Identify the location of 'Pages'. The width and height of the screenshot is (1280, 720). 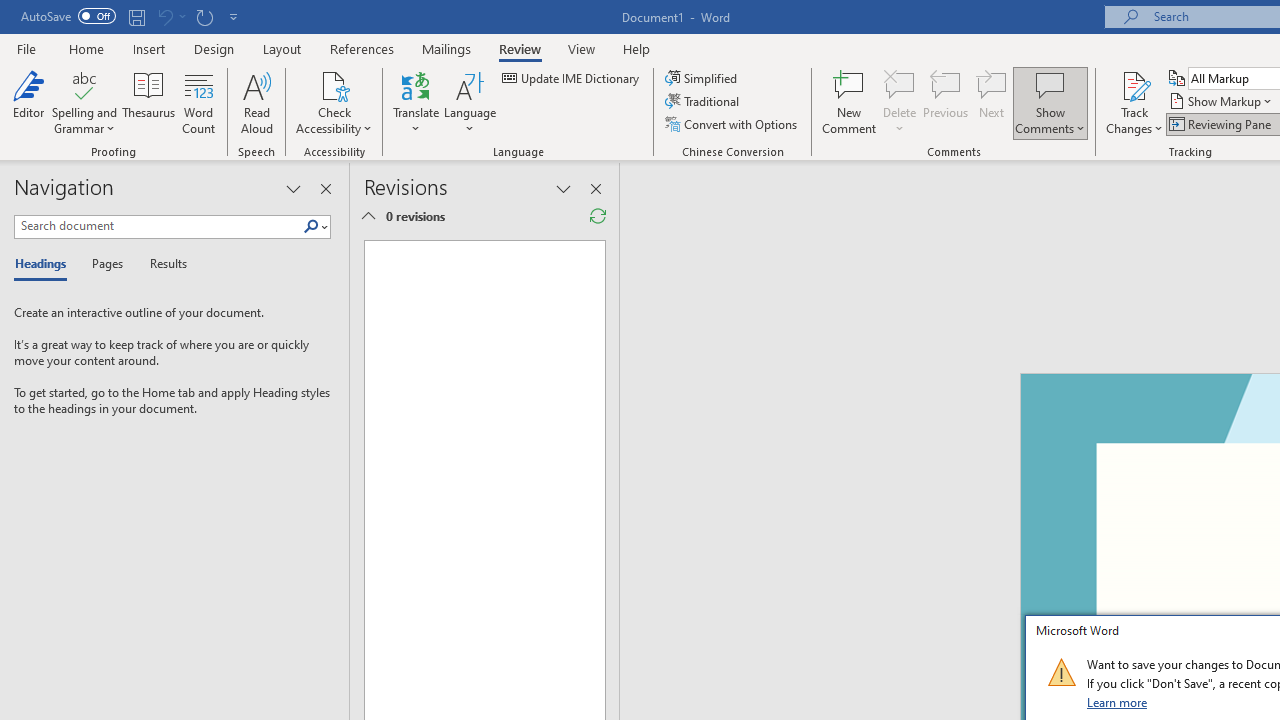
(104, 264).